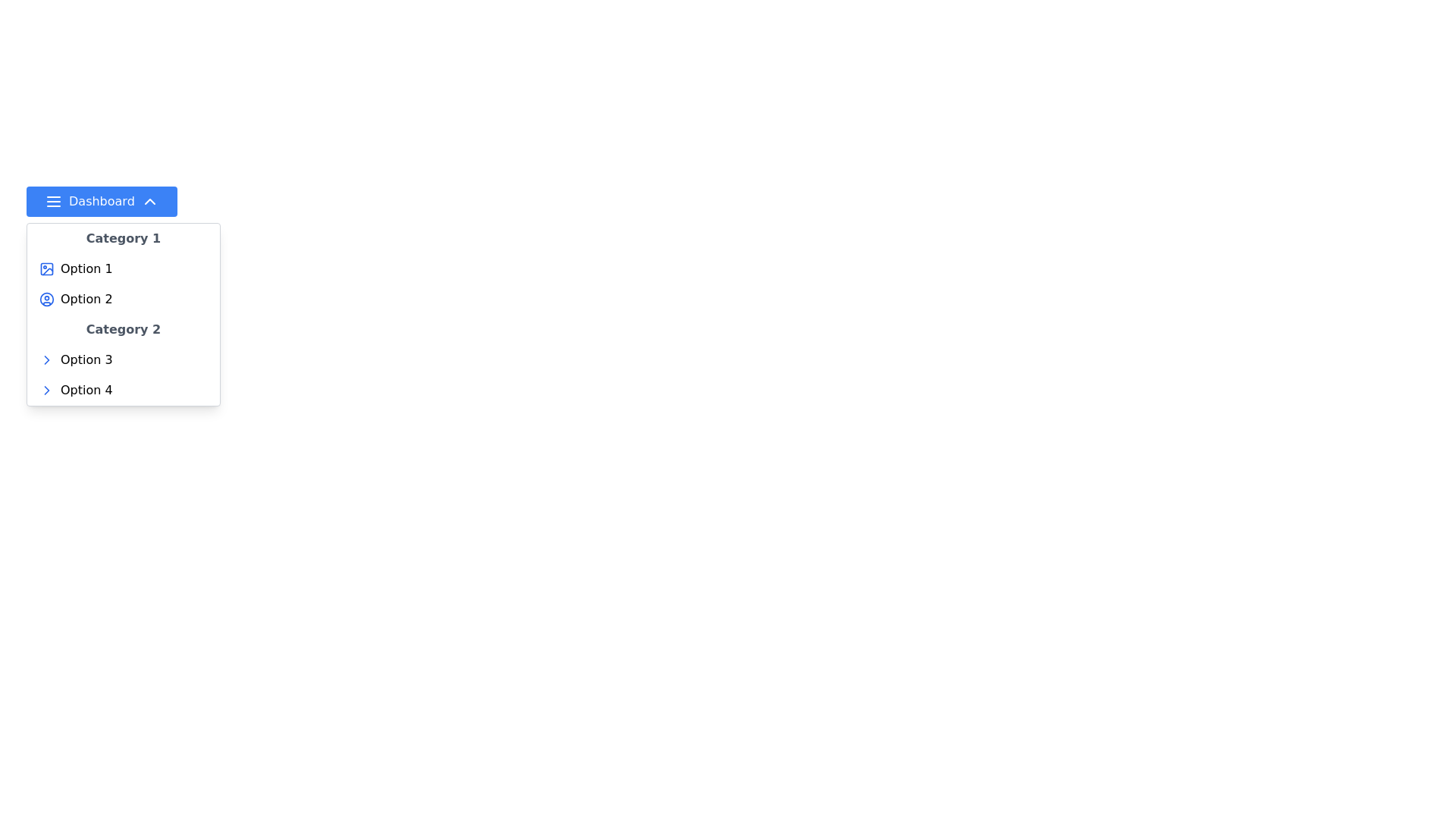 This screenshot has width=1456, height=819. I want to click on the Right Chevron icon located next to 'Option 3' in the submenu under 'Category 2' to trigger hover effects, so click(47, 390).